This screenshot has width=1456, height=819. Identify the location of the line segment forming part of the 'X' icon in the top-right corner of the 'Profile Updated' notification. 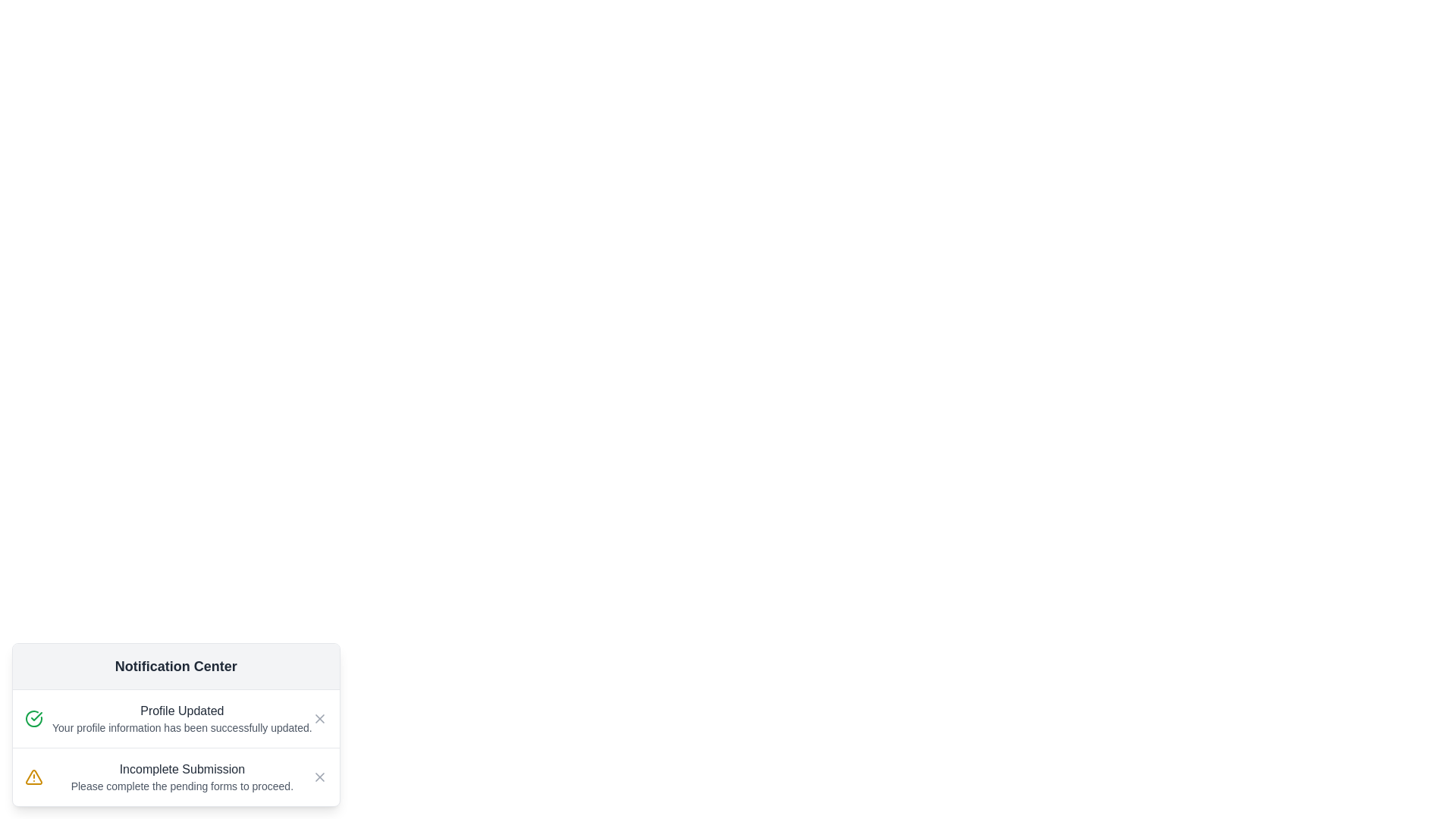
(318, 718).